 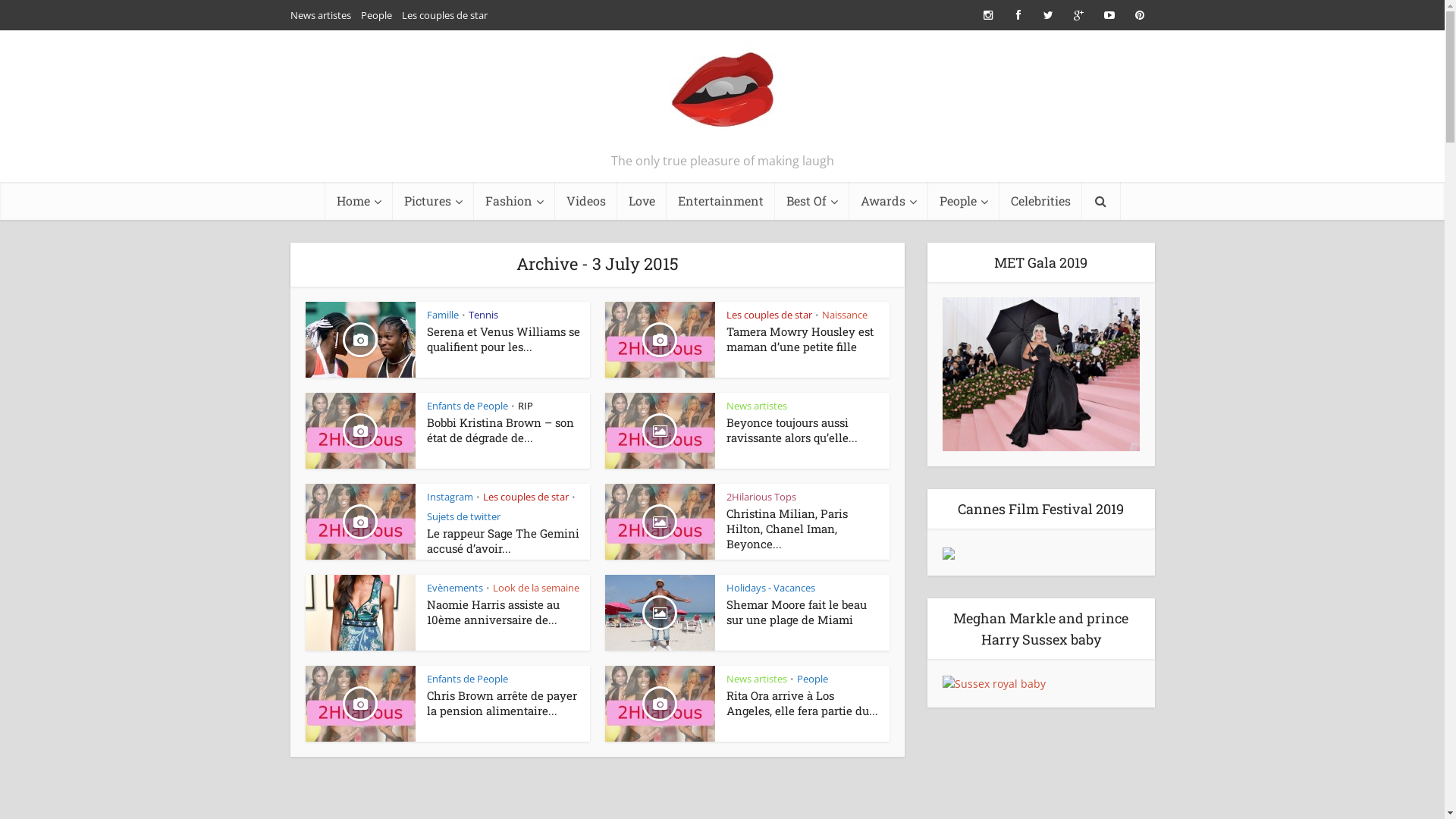 What do you see at coordinates (524, 405) in the screenshot?
I see `'RIP'` at bounding box center [524, 405].